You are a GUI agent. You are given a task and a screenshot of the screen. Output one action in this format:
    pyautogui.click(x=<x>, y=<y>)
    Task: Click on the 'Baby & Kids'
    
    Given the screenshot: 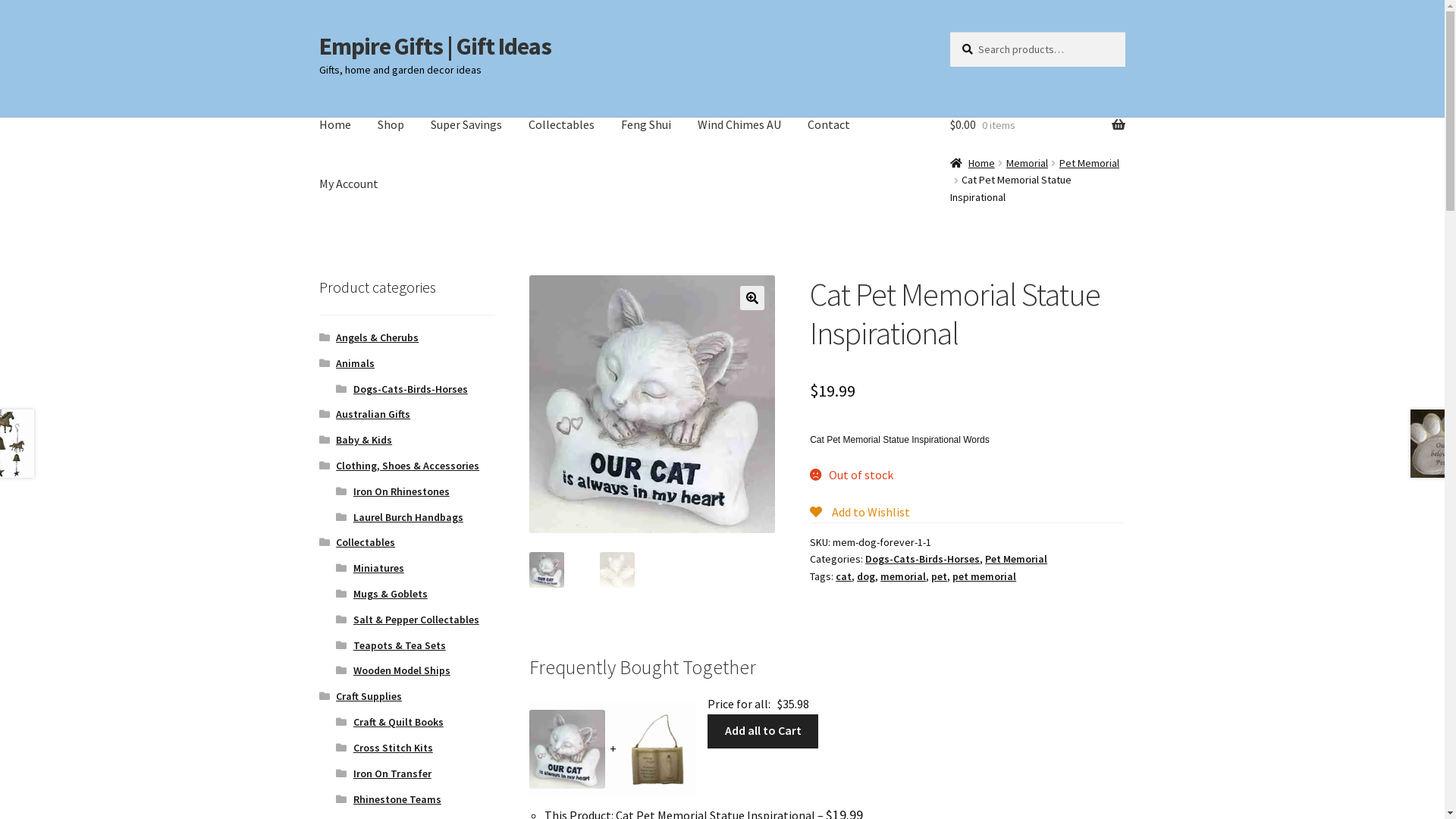 What is the action you would take?
    pyautogui.click(x=364, y=439)
    